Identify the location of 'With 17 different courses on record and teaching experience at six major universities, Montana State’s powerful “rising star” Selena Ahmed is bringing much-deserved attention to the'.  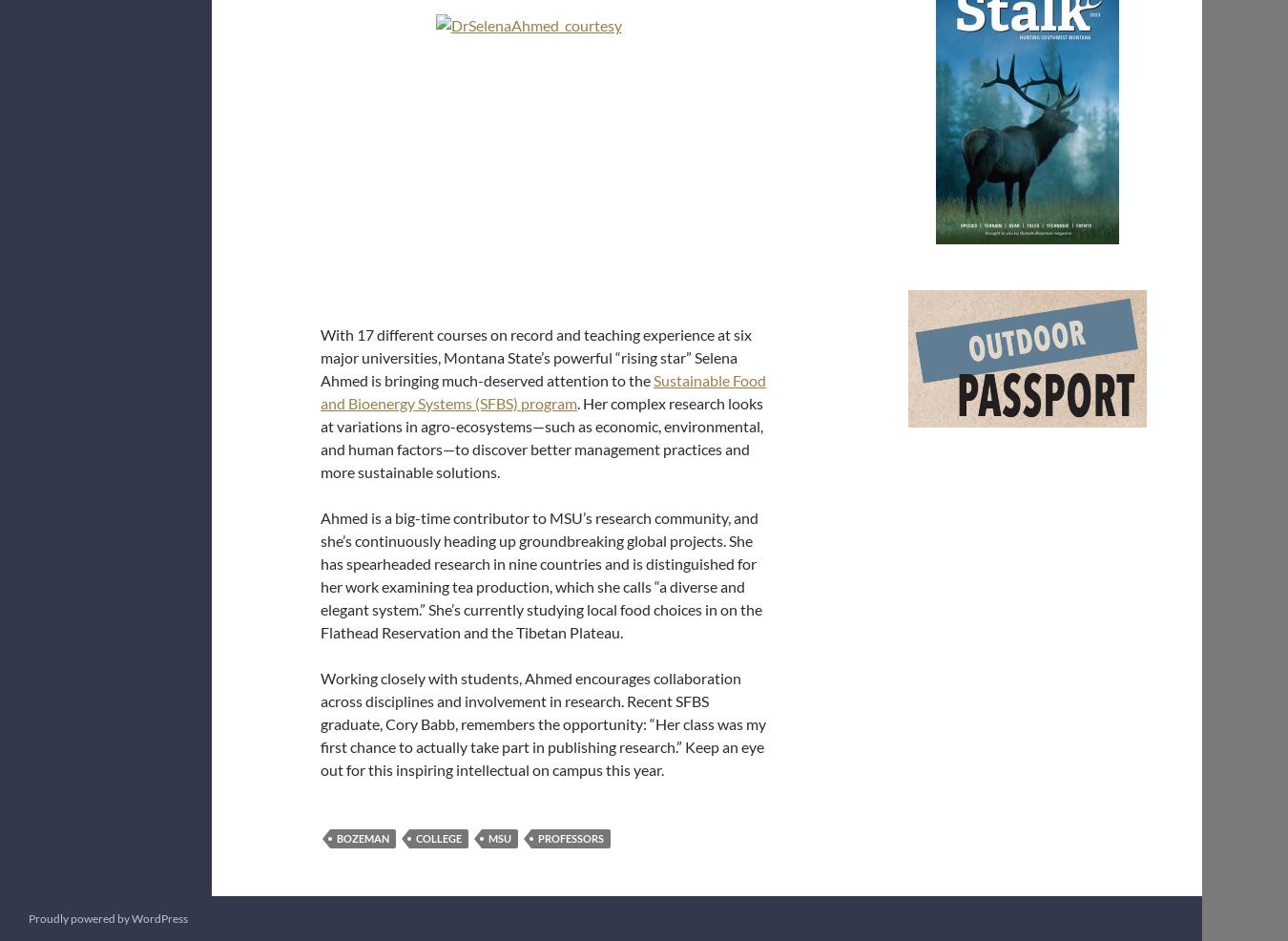
(535, 356).